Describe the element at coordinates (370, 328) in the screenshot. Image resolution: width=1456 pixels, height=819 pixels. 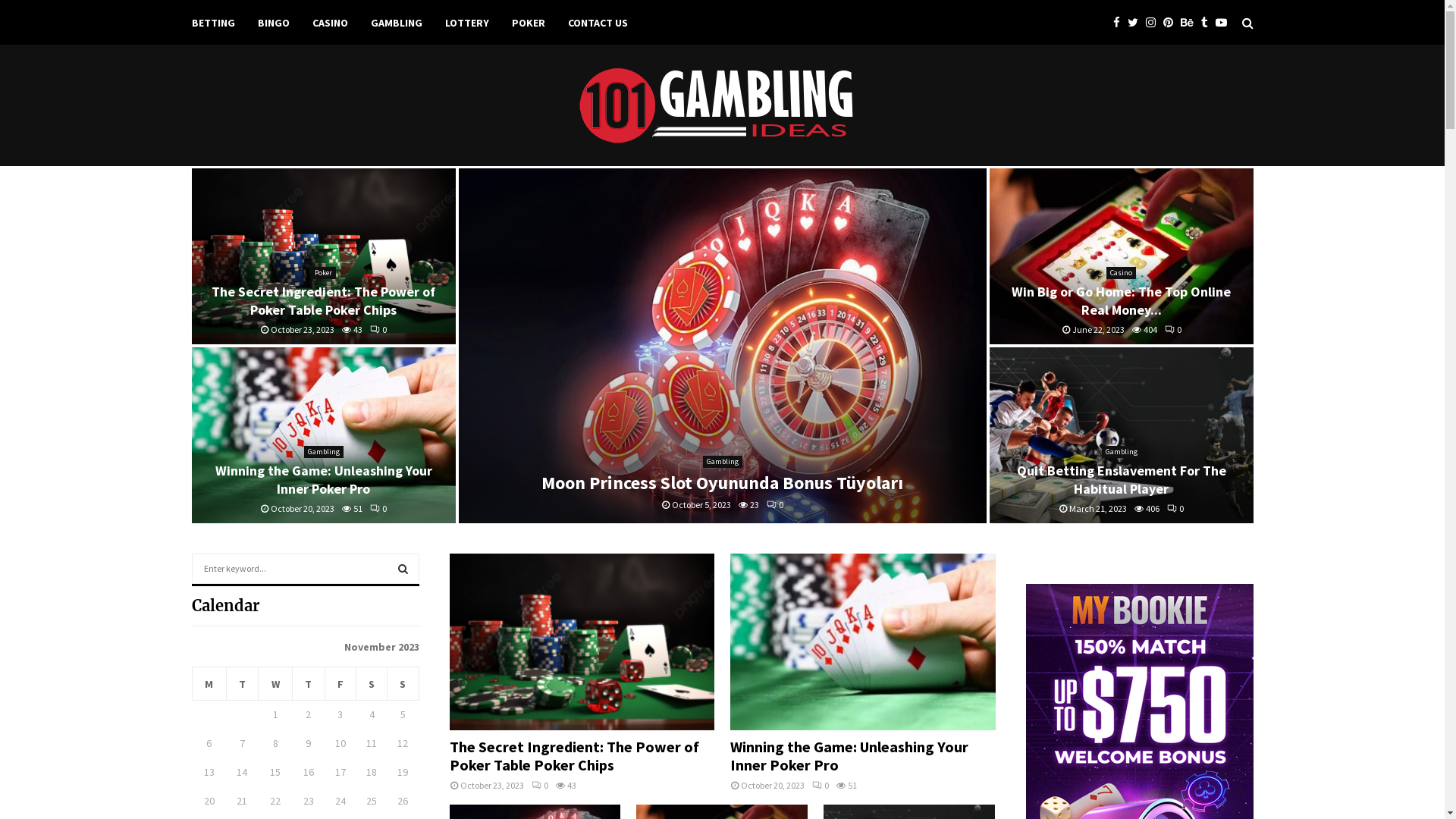
I see `'0'` at that location.